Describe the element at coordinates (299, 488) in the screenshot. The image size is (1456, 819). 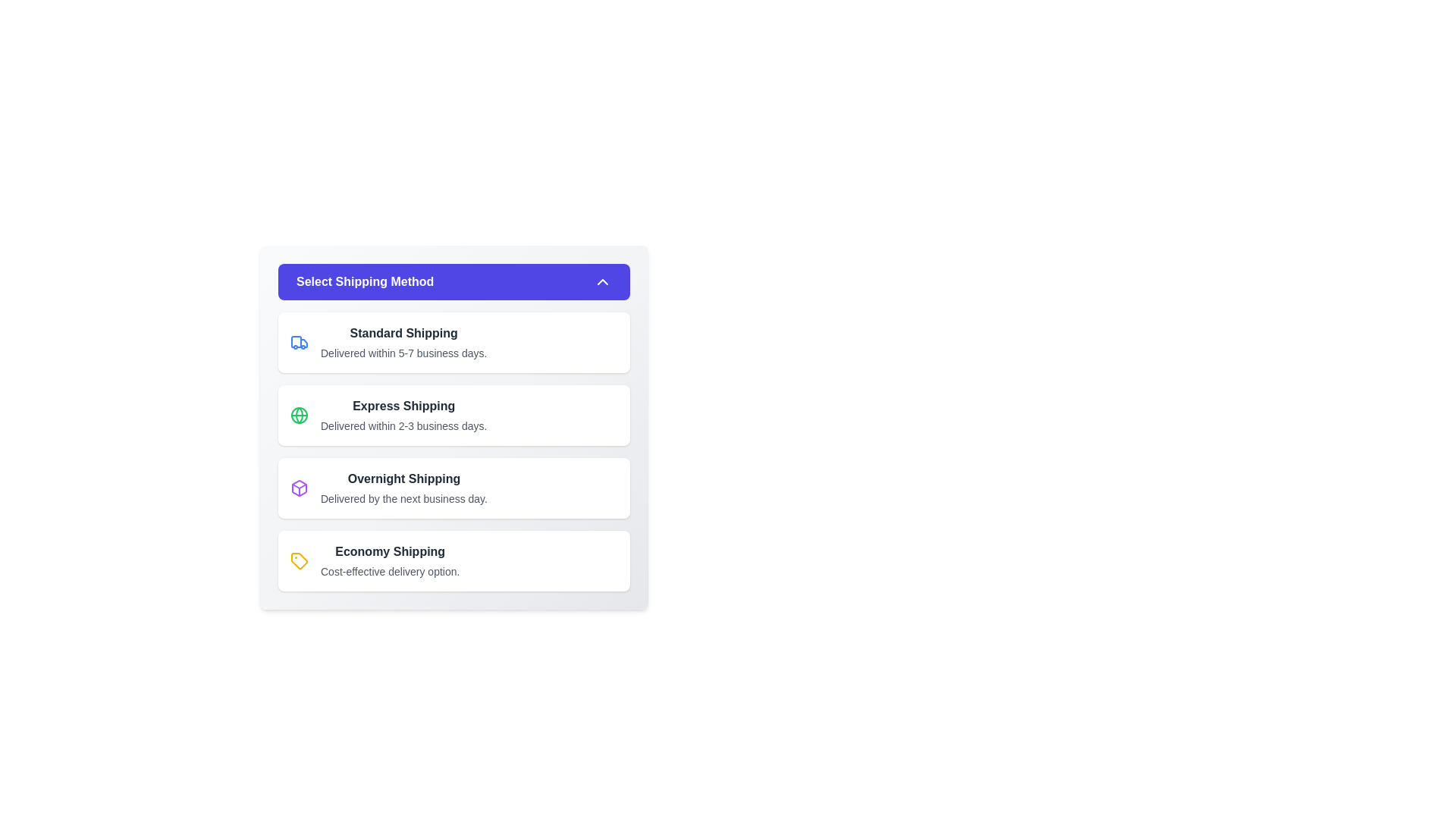
I see `the main structural shape of the 3D box icon, which is styled in purple and outlined as a wireframe-like object` at that location.